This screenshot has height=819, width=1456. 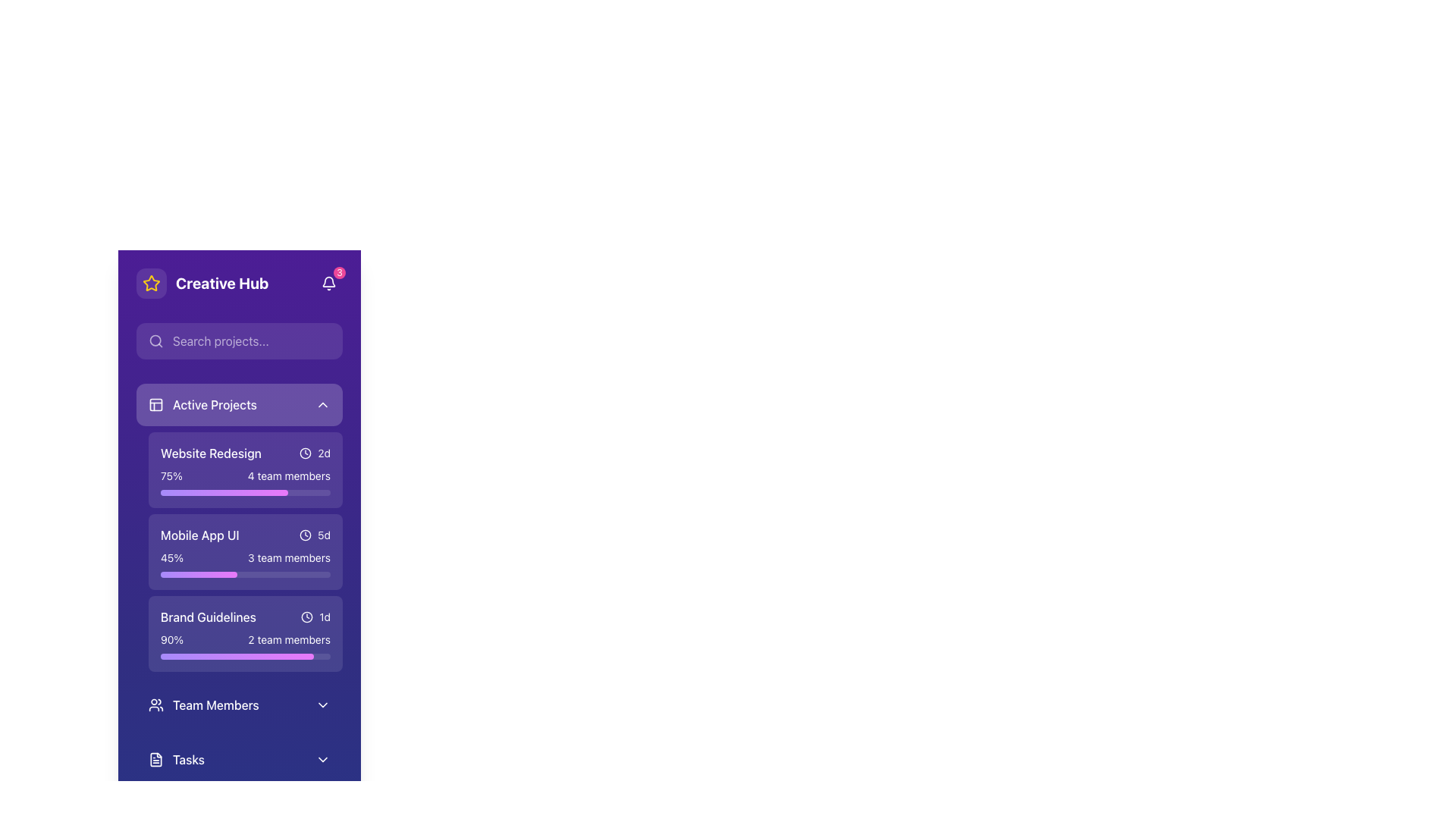 I want to click on the clock icon located to the right of the 'Website Redesign' label and before the '2d' text display, so click(x=305, y=452).